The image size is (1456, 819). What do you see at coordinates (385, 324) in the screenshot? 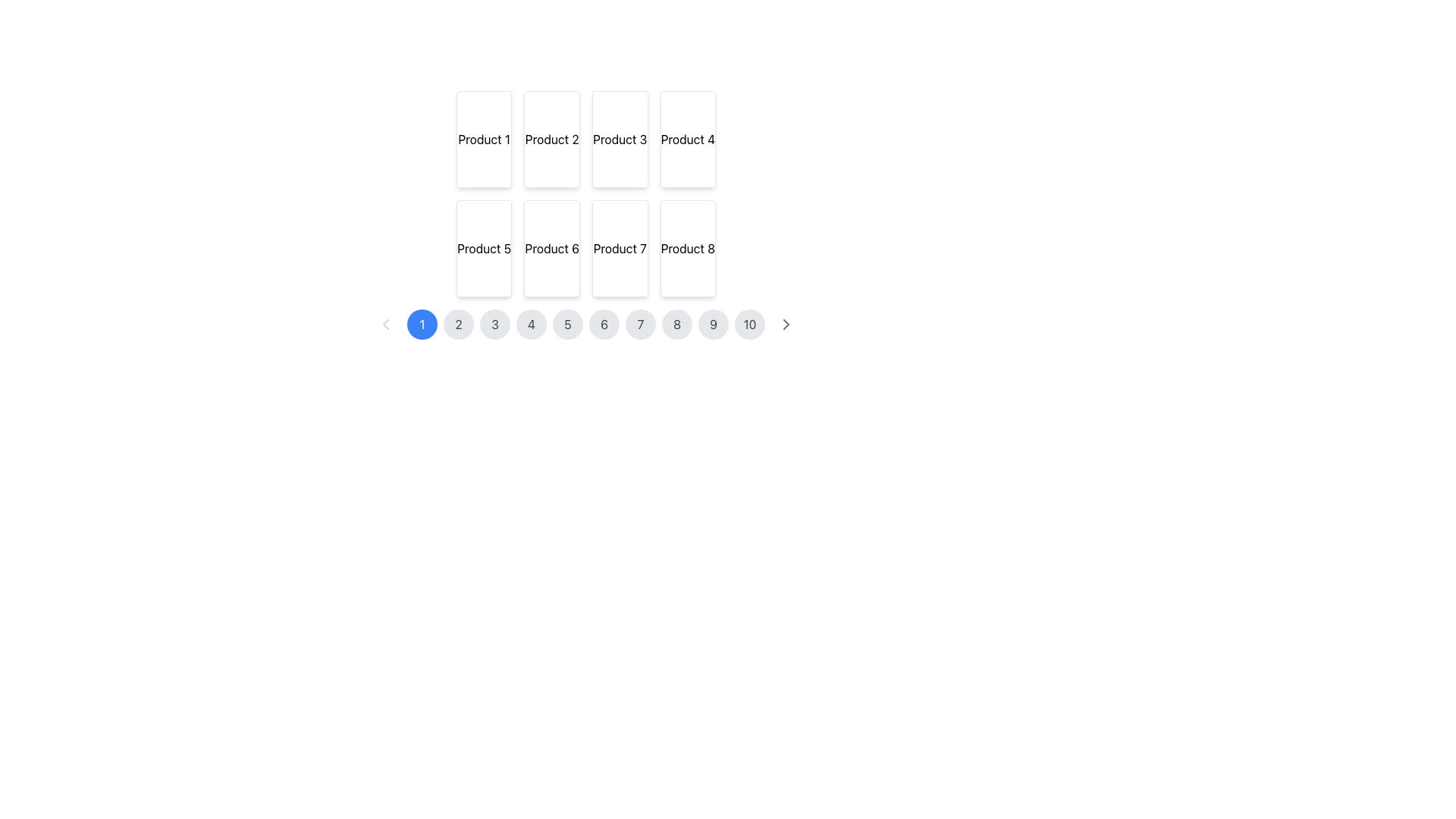
I see `the disabled previous button in the pagination control bar located at the bottom of the interface, preceding the '1' button` at bounding box center [385, 324].